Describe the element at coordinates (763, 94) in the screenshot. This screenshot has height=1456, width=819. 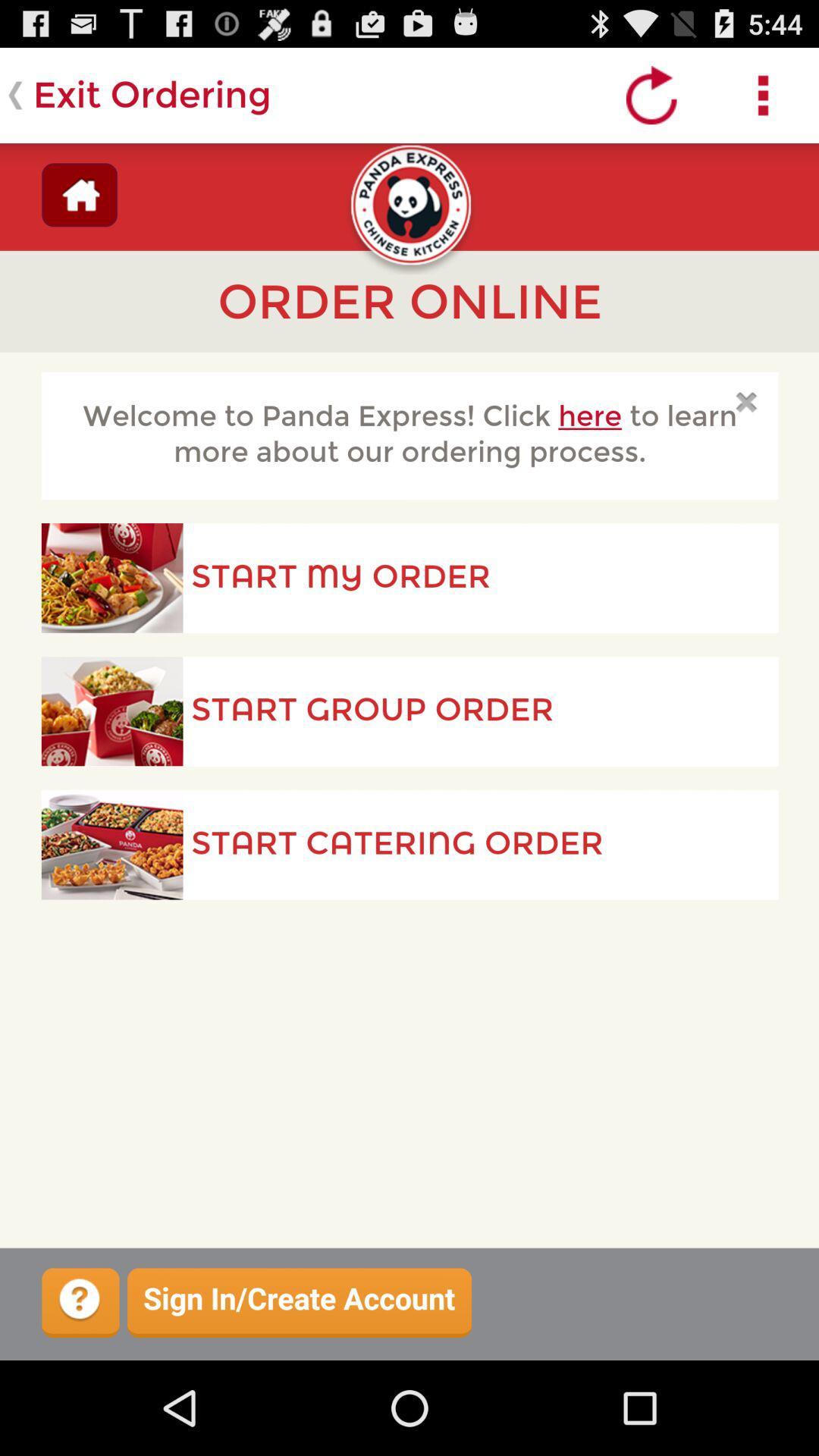
I see `show more` at that location.